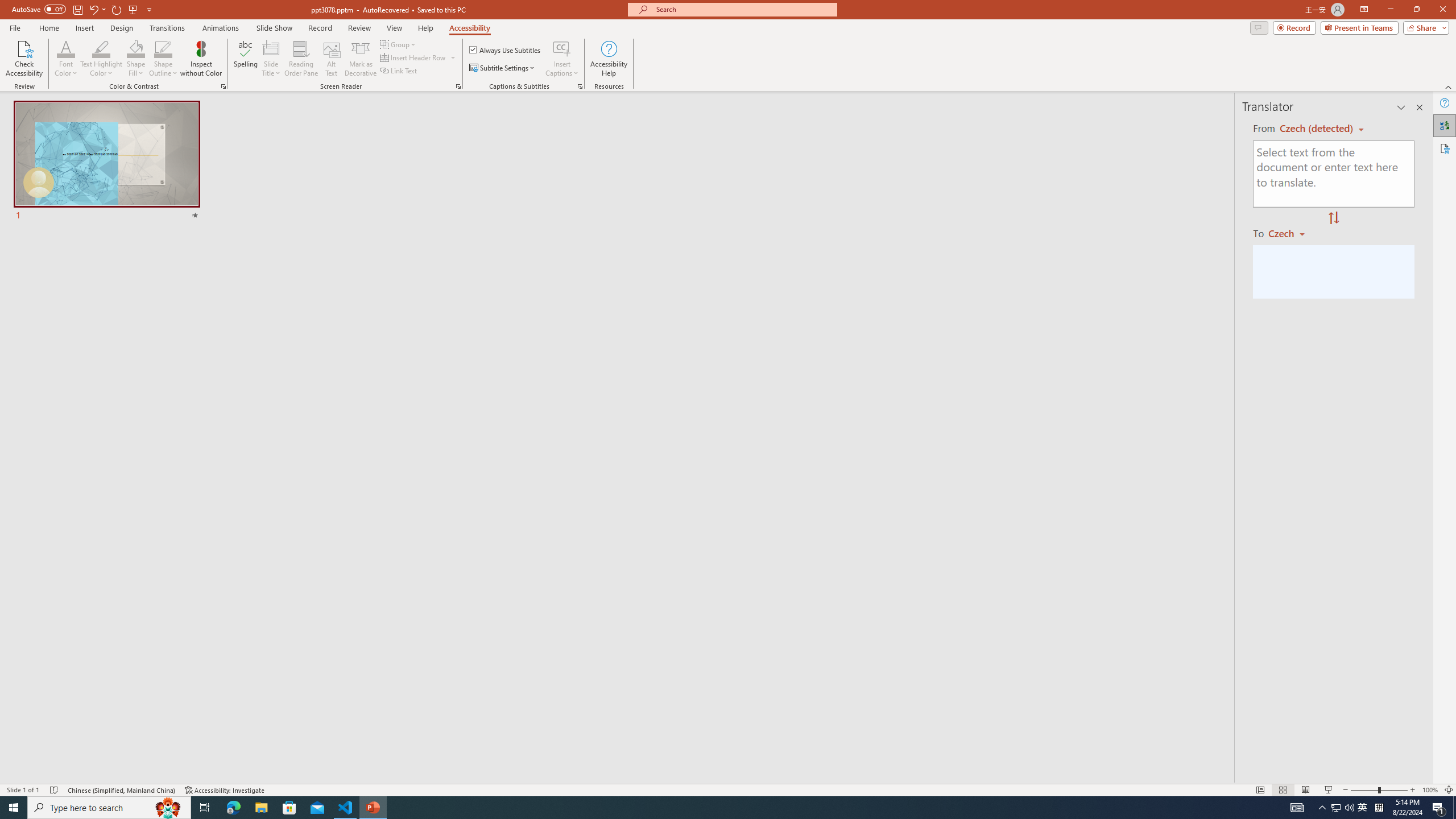 The image size is (1456, 819). What do you see at coordinates (1430, 790) in the screenshot?
I see `'Zoom 100%'` at bounding box center [1430, 790].